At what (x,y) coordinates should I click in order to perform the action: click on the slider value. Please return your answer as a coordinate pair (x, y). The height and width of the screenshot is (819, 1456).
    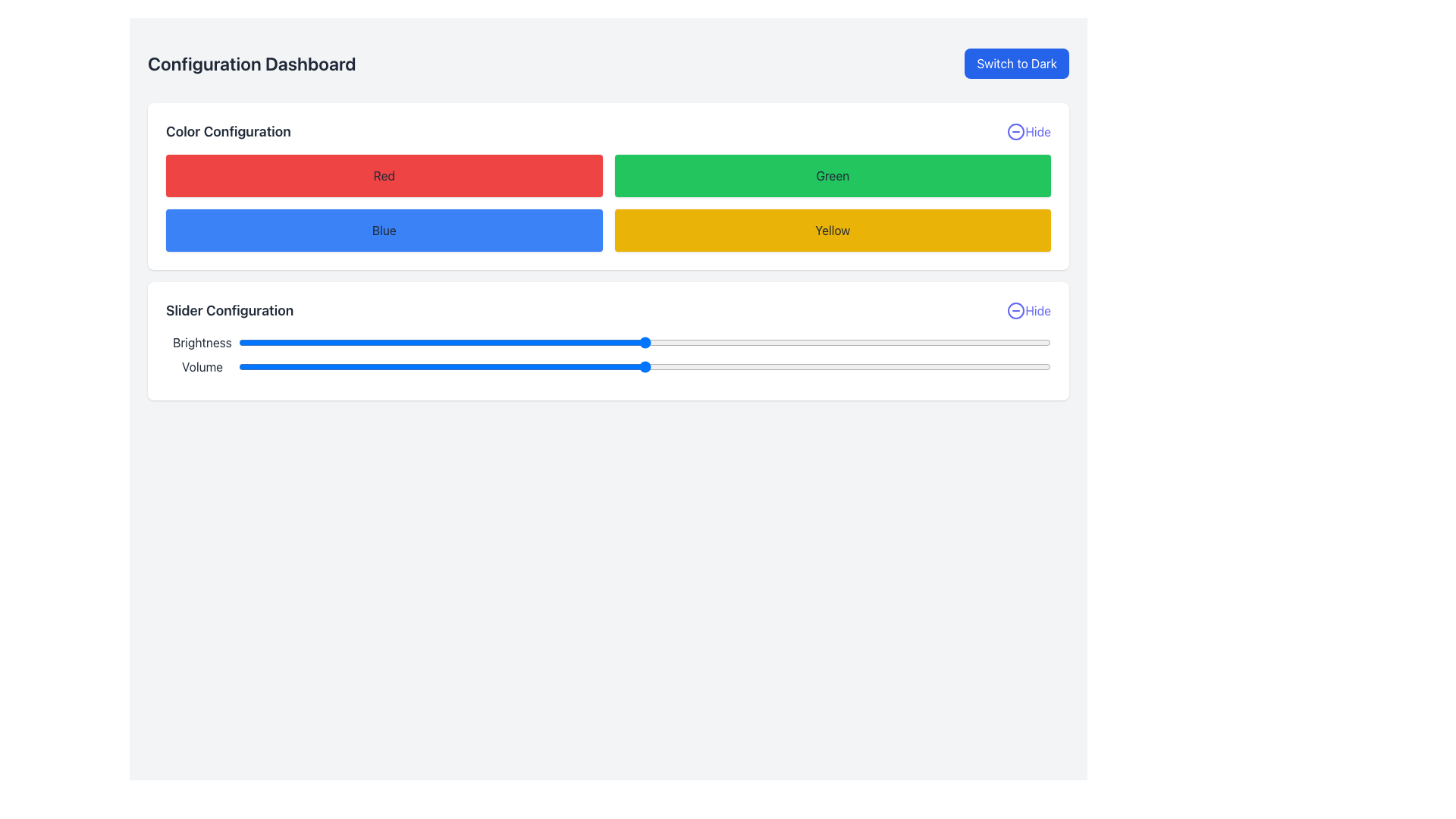
    Looking at the image, I should click on (896, 366).